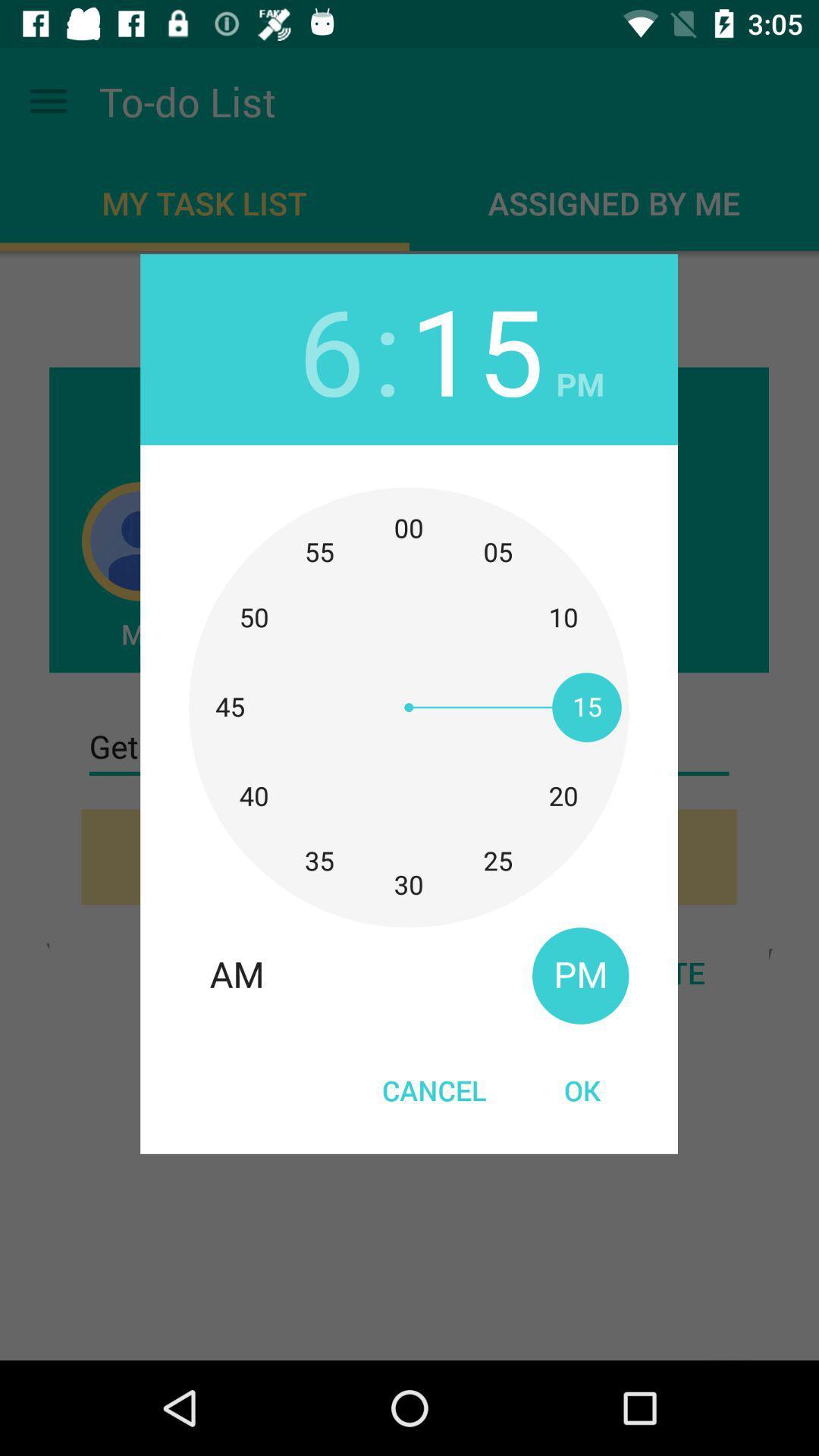 This screenshot has height=1456, width=819. I want to click on the 15 item, so click(476, 348).